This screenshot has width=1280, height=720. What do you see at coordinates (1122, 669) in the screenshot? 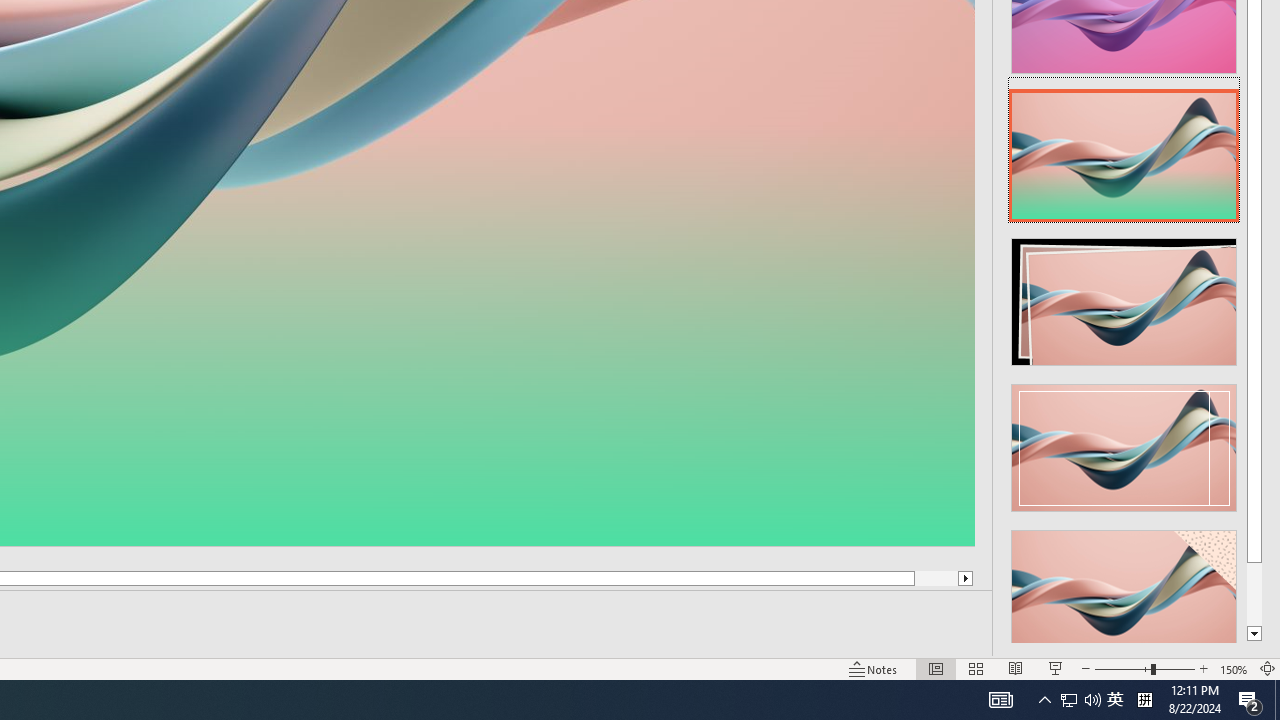
I see `'Zoom Out'` at bounding box center [1122, 669].